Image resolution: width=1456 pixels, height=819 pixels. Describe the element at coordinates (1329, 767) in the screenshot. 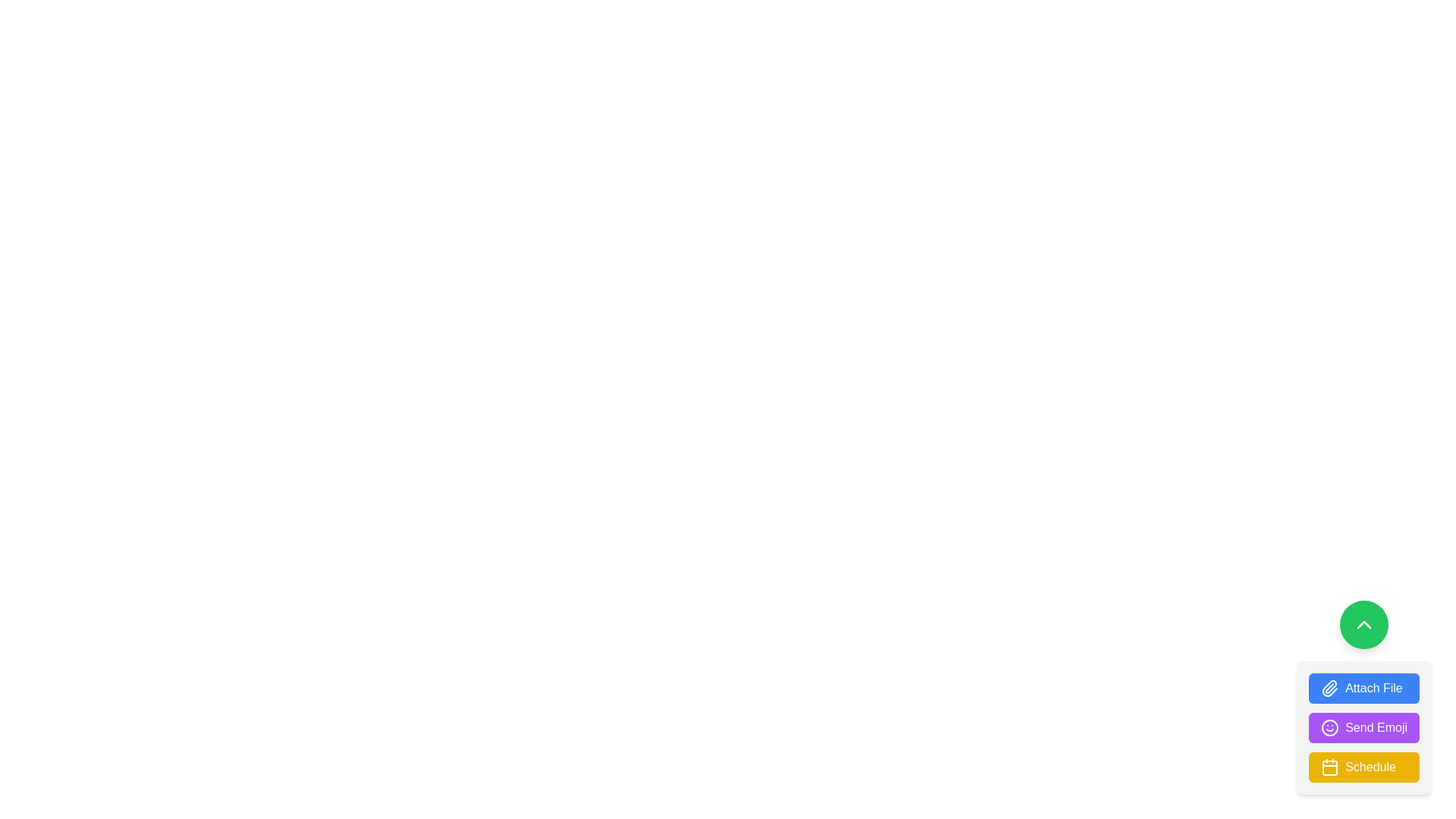

I see `the decorative icon for the 'Schedule' button located at the bottom-right corner of the interface` at that location.